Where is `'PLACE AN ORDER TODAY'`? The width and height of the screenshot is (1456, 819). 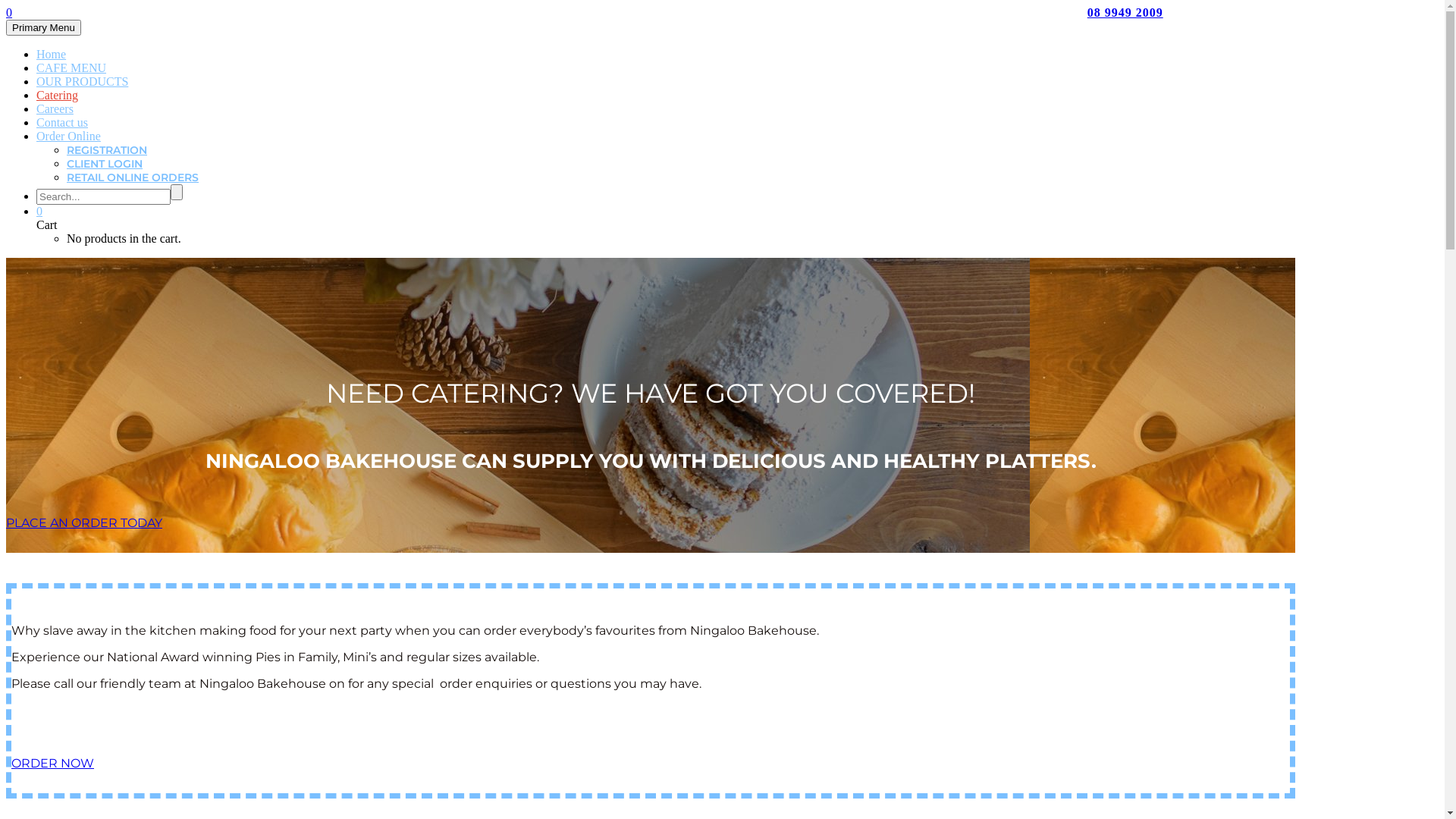
'PLACE AN ORDER TODAY' is located at coordinates (83, 522).